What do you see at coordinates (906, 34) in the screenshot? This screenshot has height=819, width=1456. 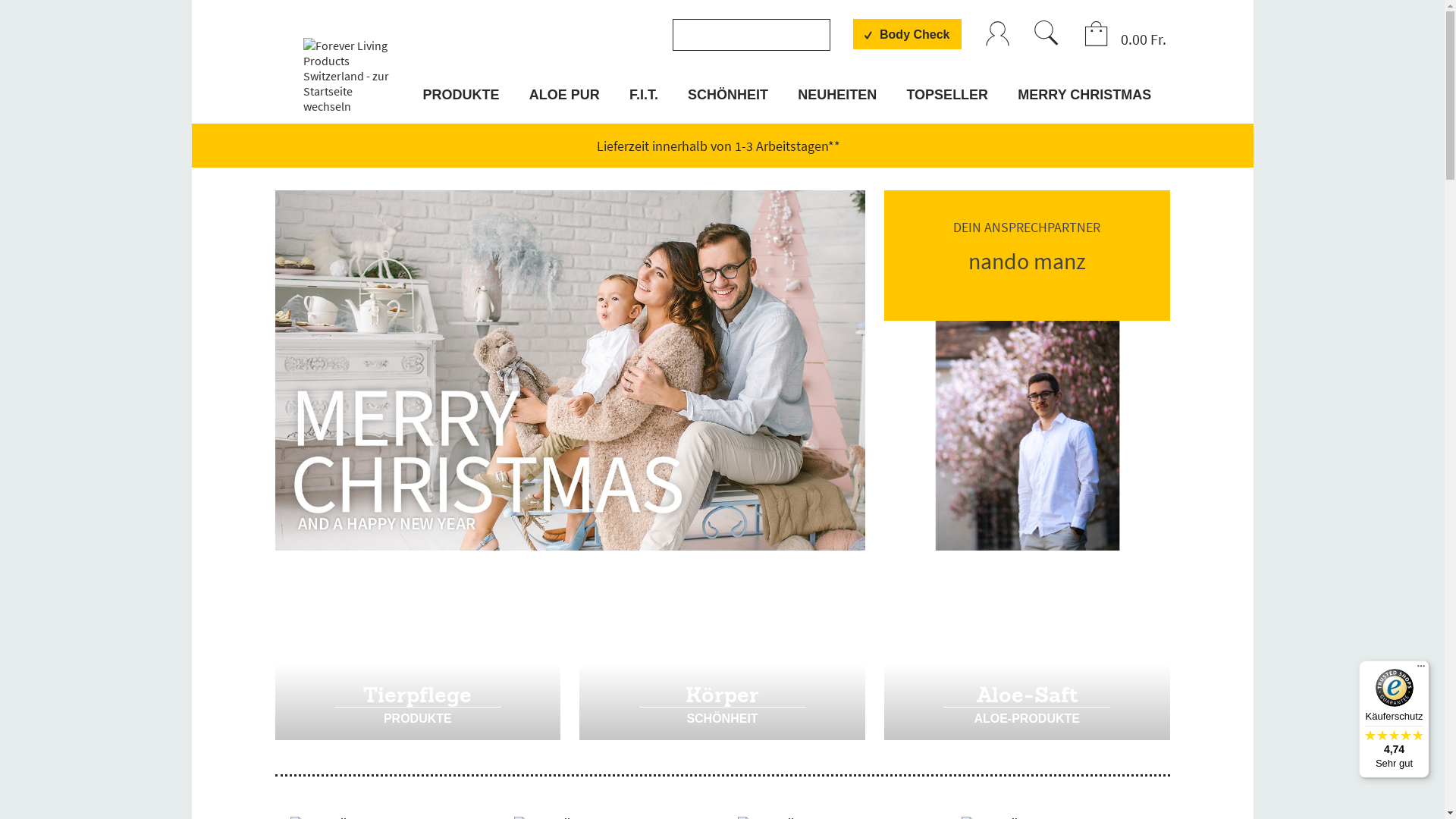 I see `'Body Check'` at bounding box center [906, 34].